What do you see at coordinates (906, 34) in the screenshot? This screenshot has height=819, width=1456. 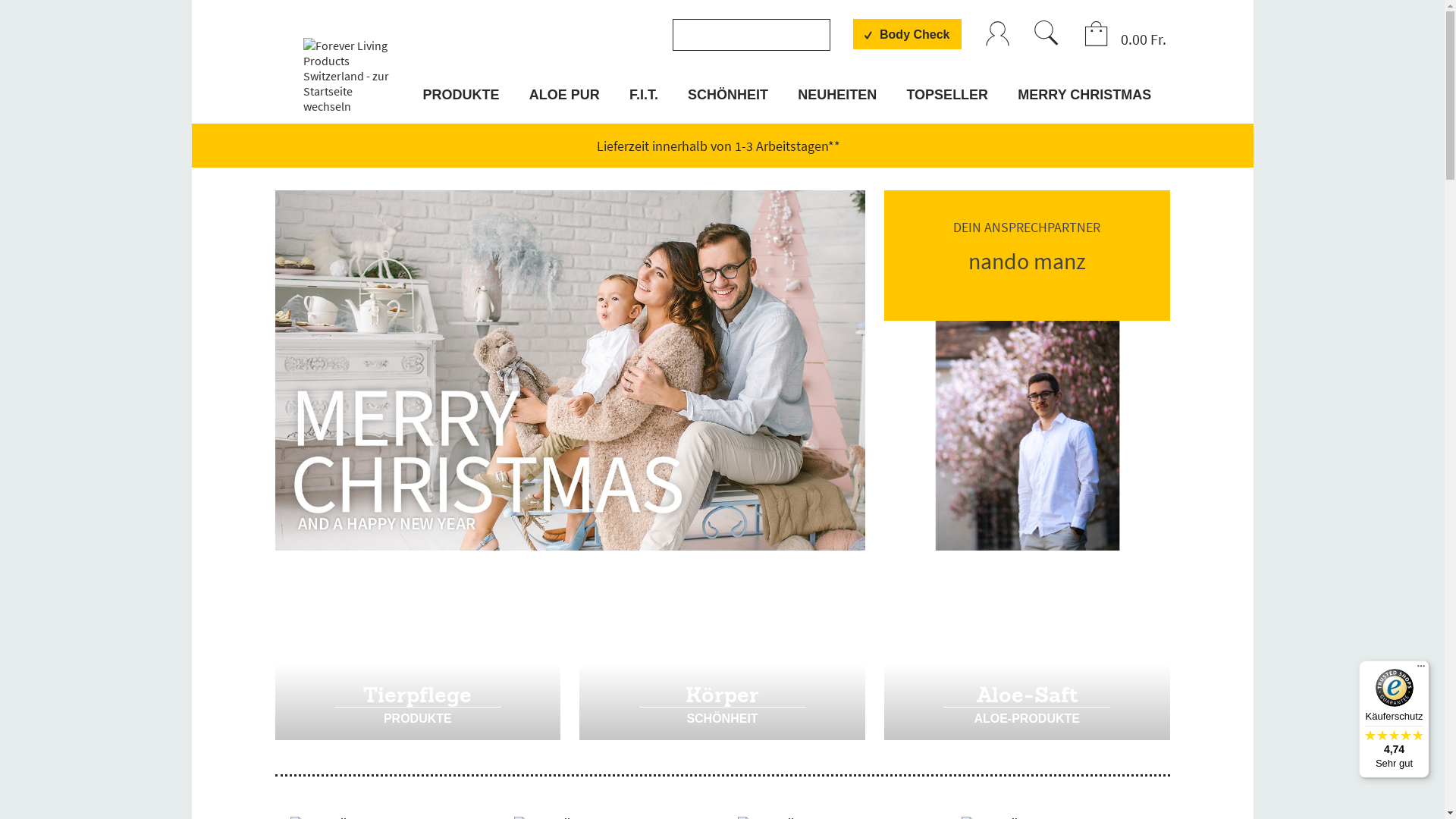 I see `'Body Check'` at bounding box center [906, 34].